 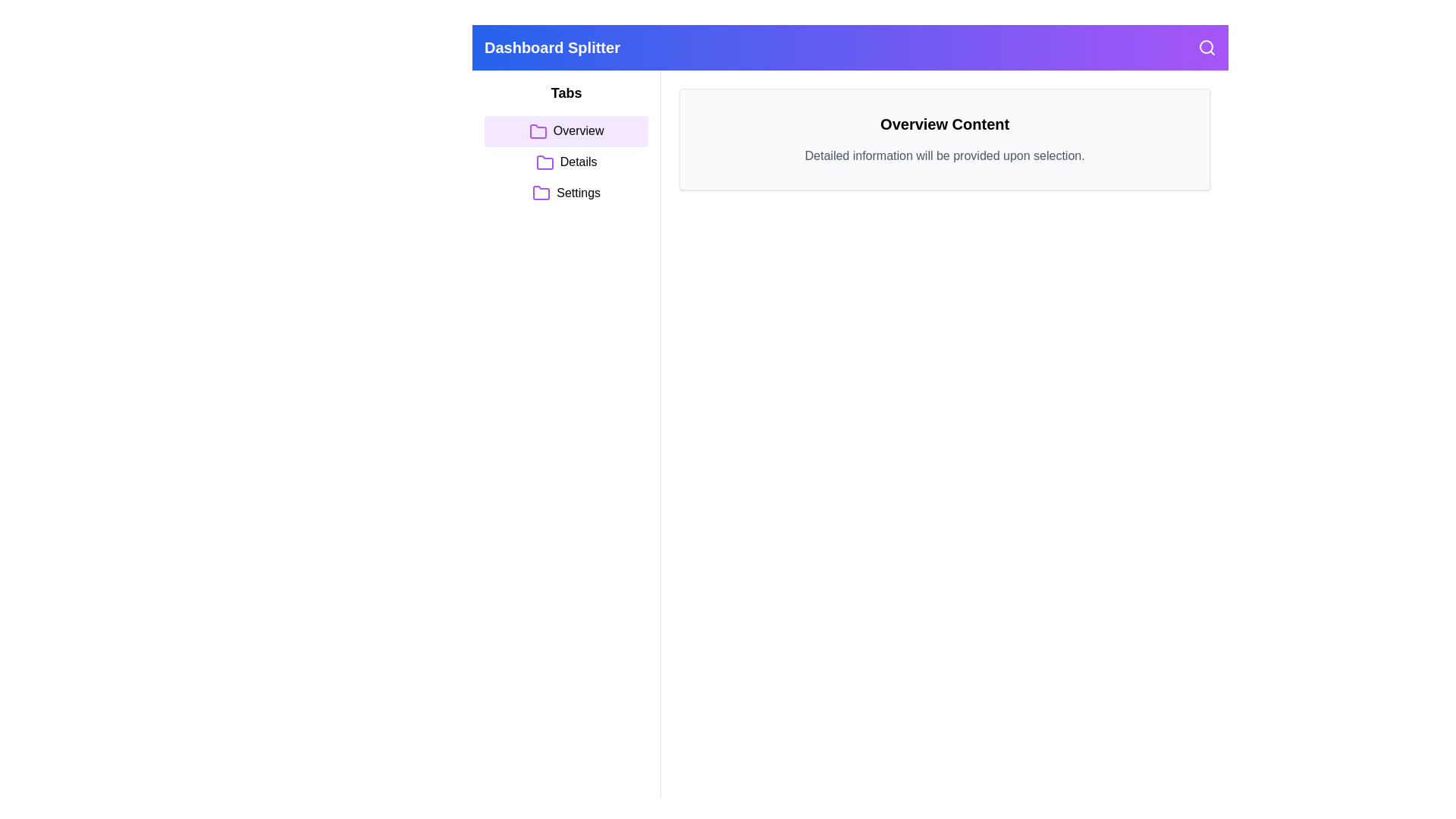 I want to click on the SVG icon that represents the 'Overview' section in the sidebar, which is located to the left of the text 'Overview' and has a light purple background, so click(x=538, y=130).